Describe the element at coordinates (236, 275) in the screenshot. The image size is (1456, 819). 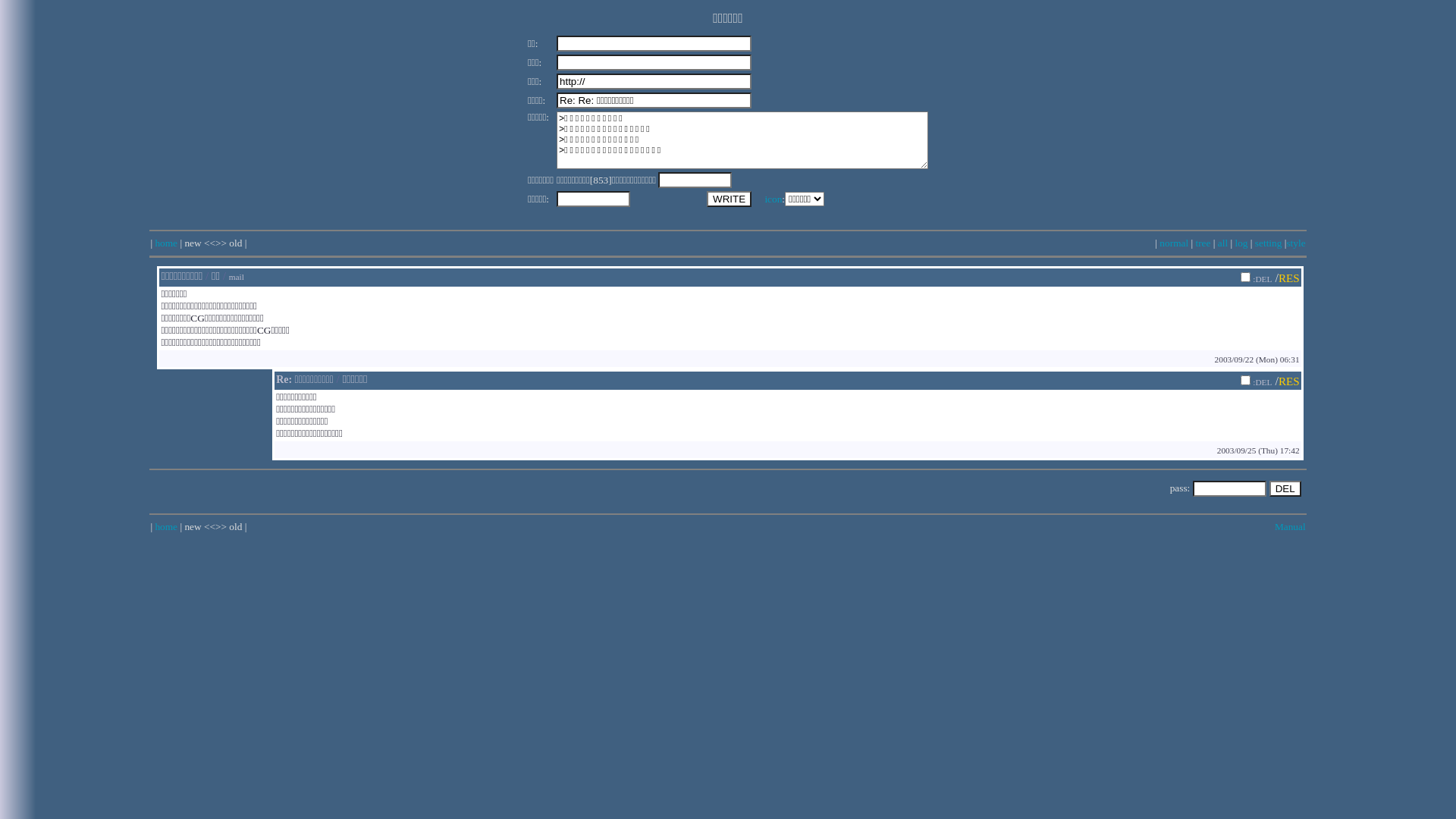
I see `'mail'` at that location.